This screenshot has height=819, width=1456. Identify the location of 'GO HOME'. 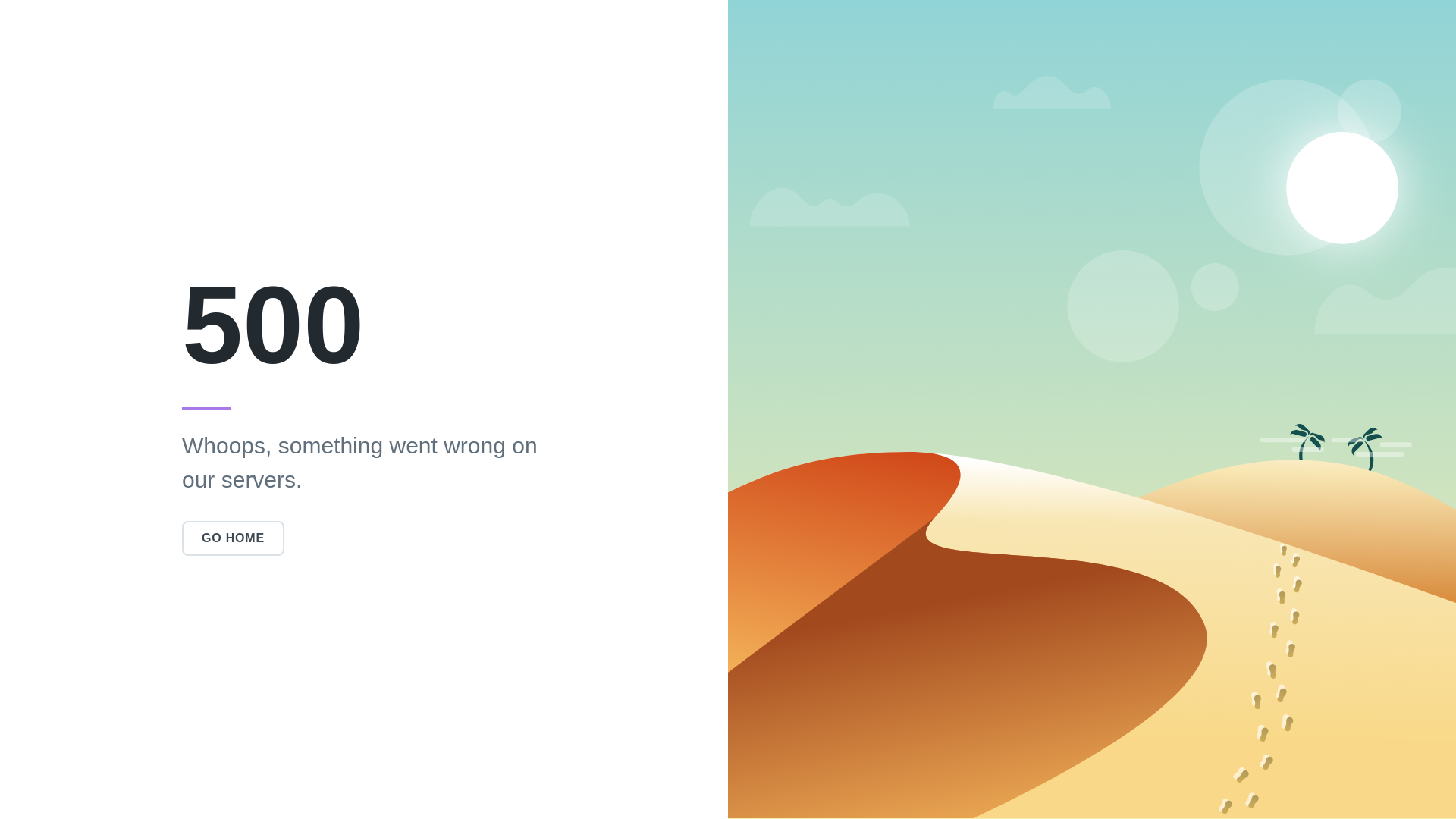
(182, 537).